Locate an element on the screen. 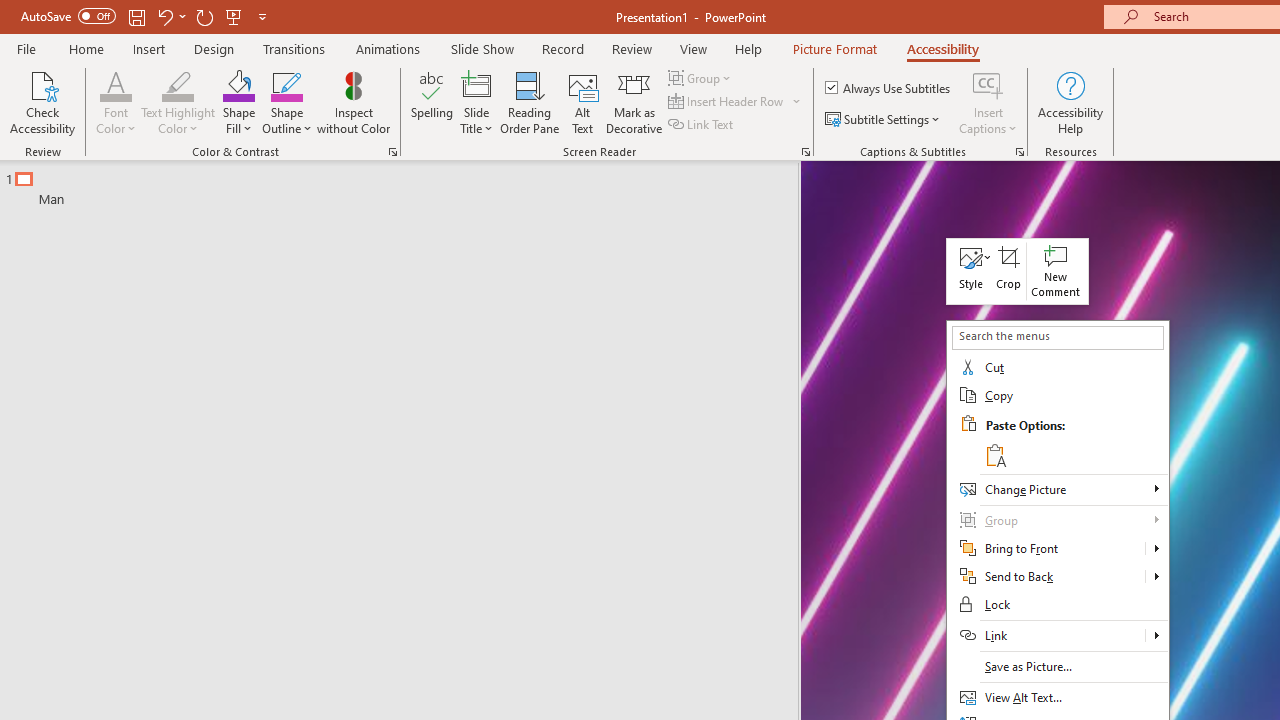 The width and height of the screenshot is (1280, 720). 'Captions & Subtitles' is located at coordinates (1020, 150).